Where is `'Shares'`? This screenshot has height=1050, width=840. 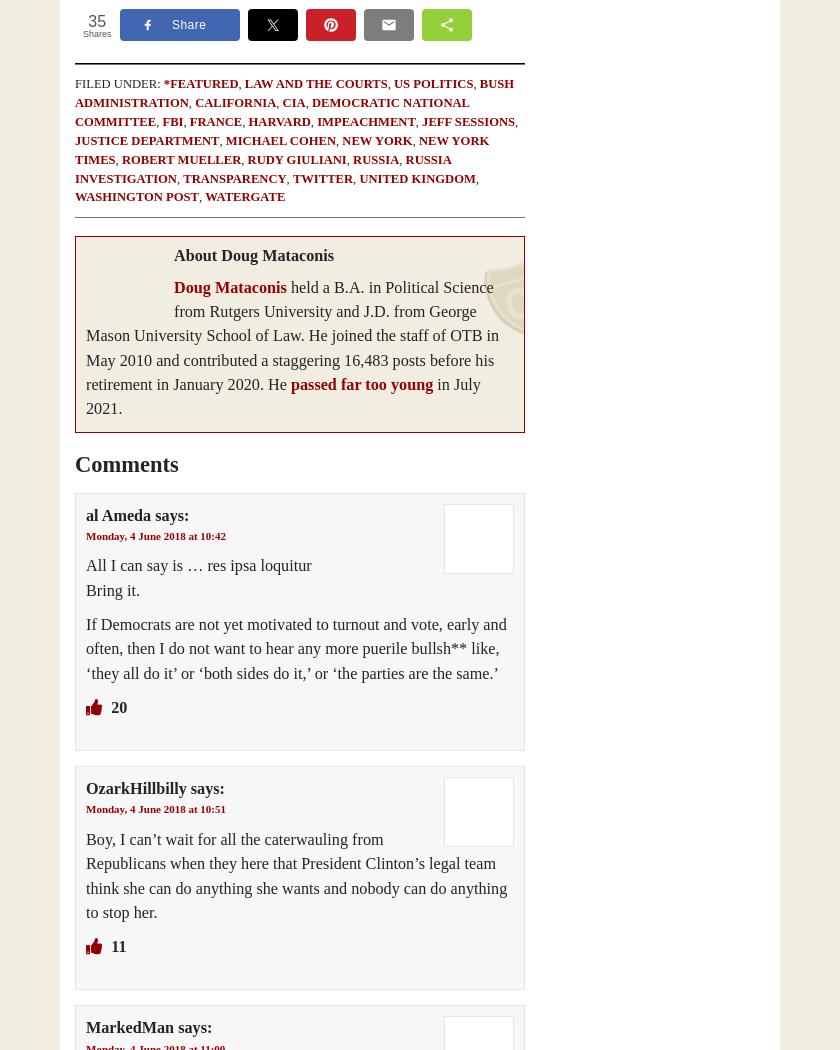
'Shares' is located at coordinates (97, 34).